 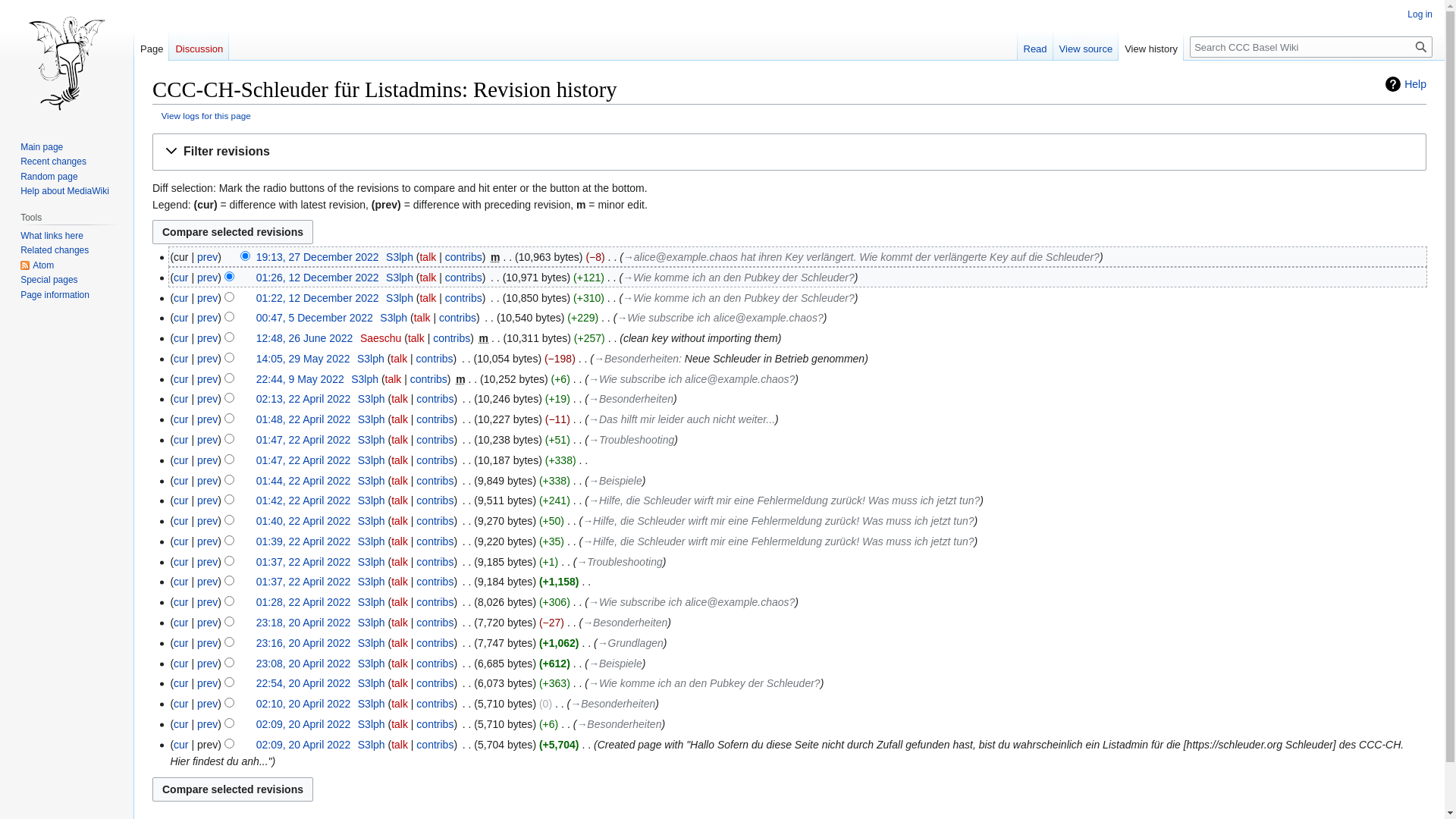 What do you see at coordinates (152, 132) in the screenshot?
I see `'Jump to navigation'` at bounding box center [152, 132].